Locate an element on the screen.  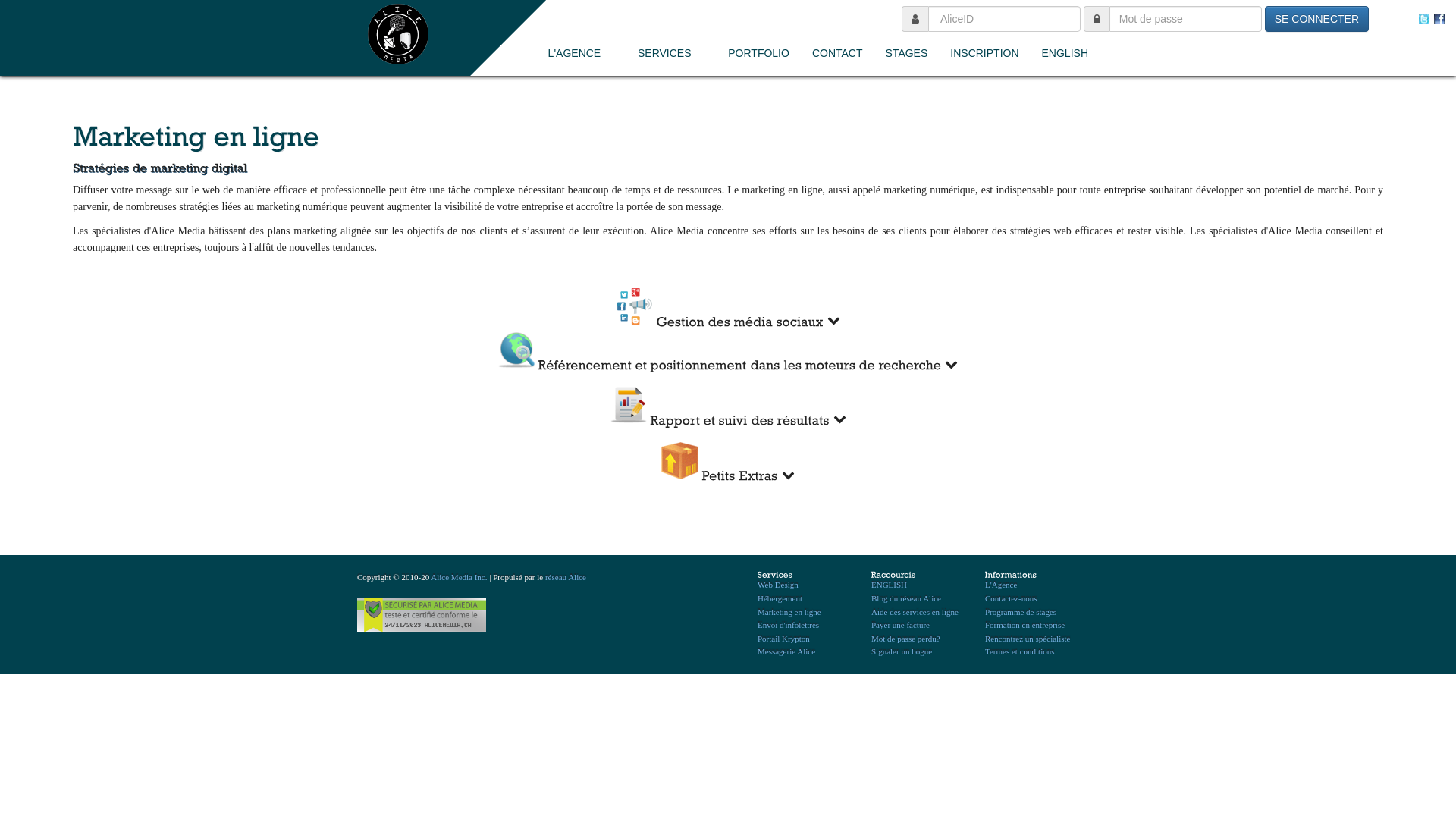
'Contactez-nous' is located at coordinates (1011, 598).